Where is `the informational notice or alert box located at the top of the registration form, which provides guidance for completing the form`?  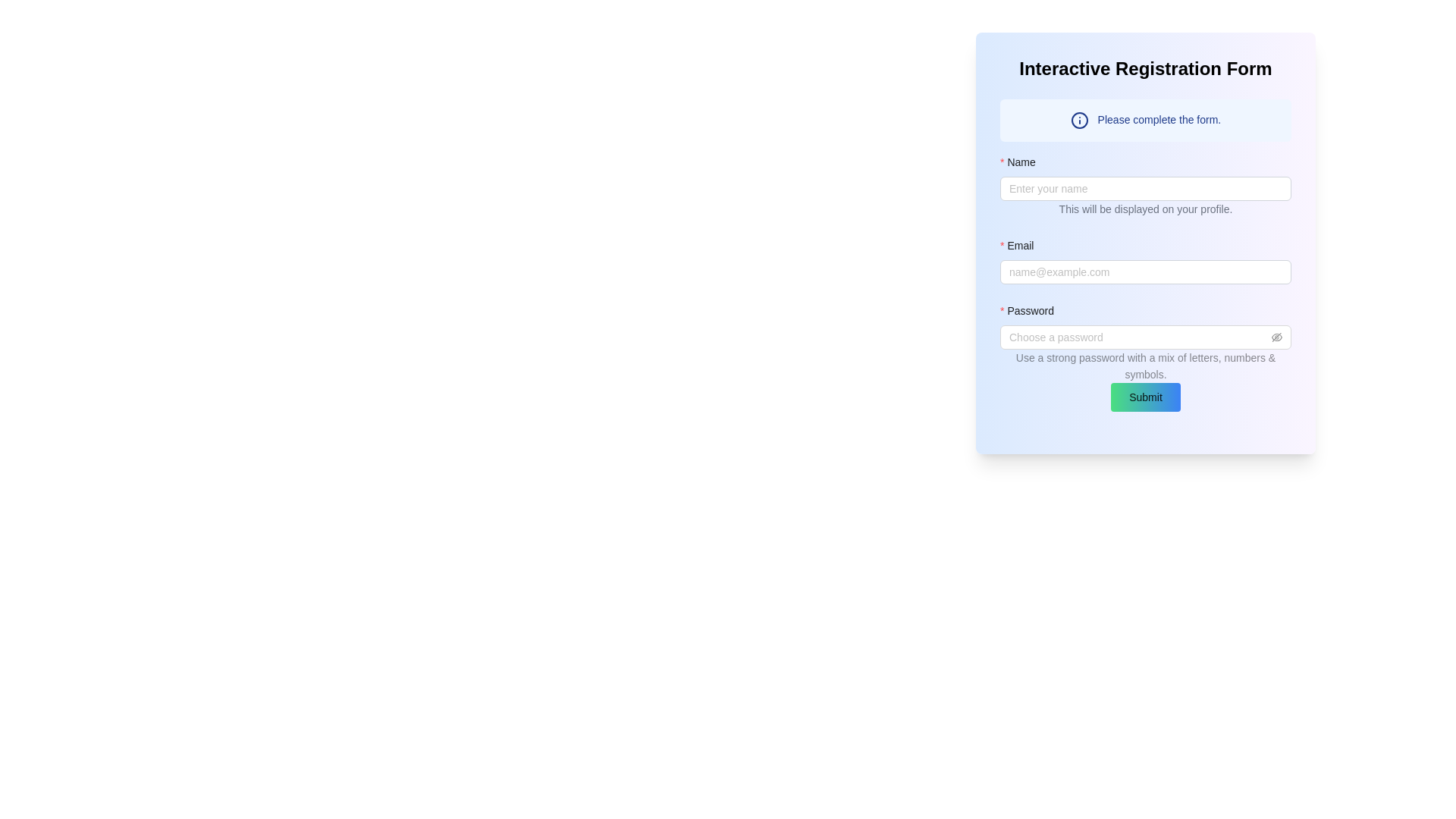 the informational notice or alert box located at the top of the registration form, which provides guidance for completing the form is located at coordinates (1146, 119).